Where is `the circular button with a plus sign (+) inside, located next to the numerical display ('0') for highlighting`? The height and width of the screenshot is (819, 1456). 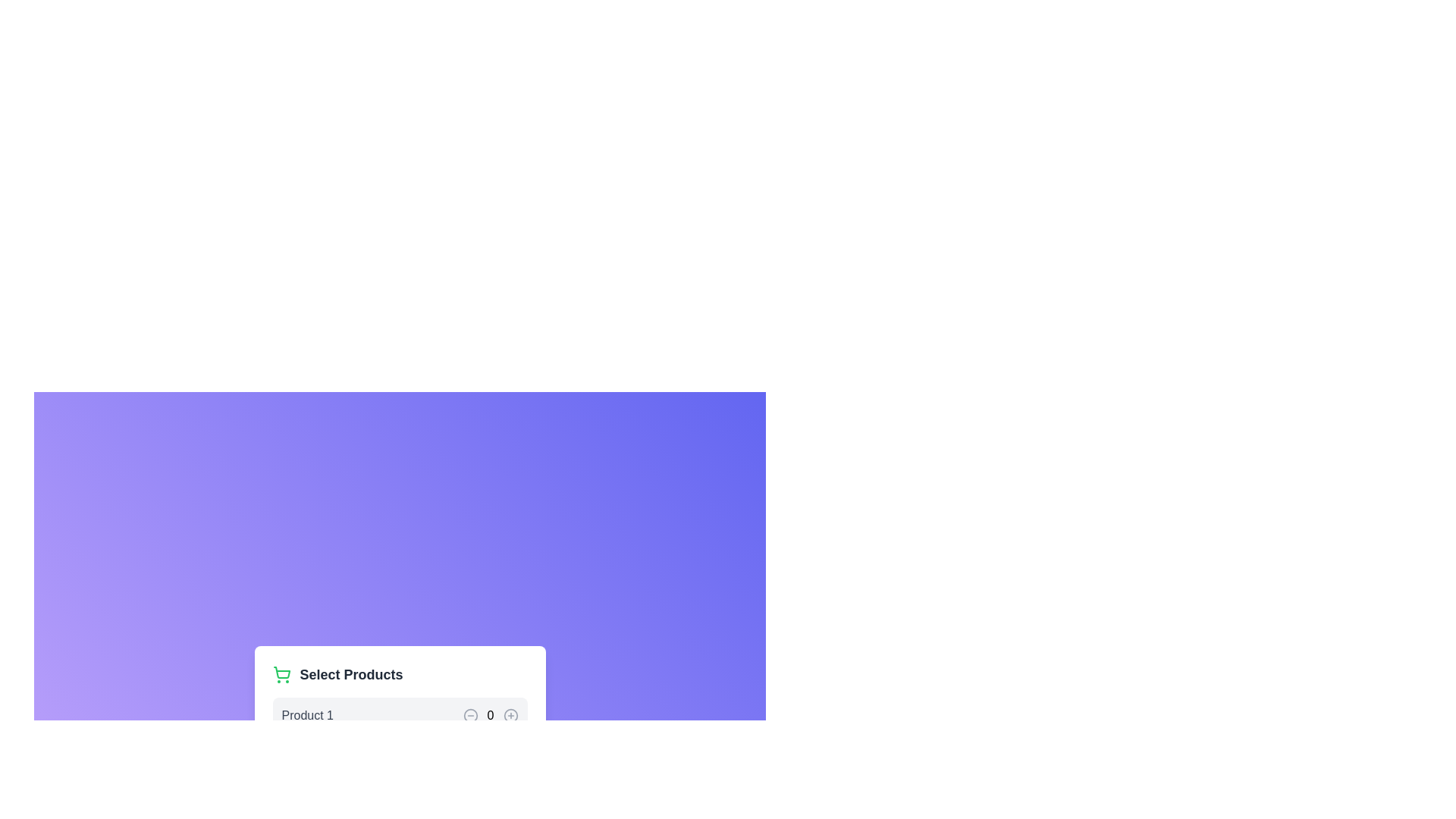
the circular button with a plus sign (+) inside, located next to the numerical display ('0') for highlighting is located at coordinates (510, 758).